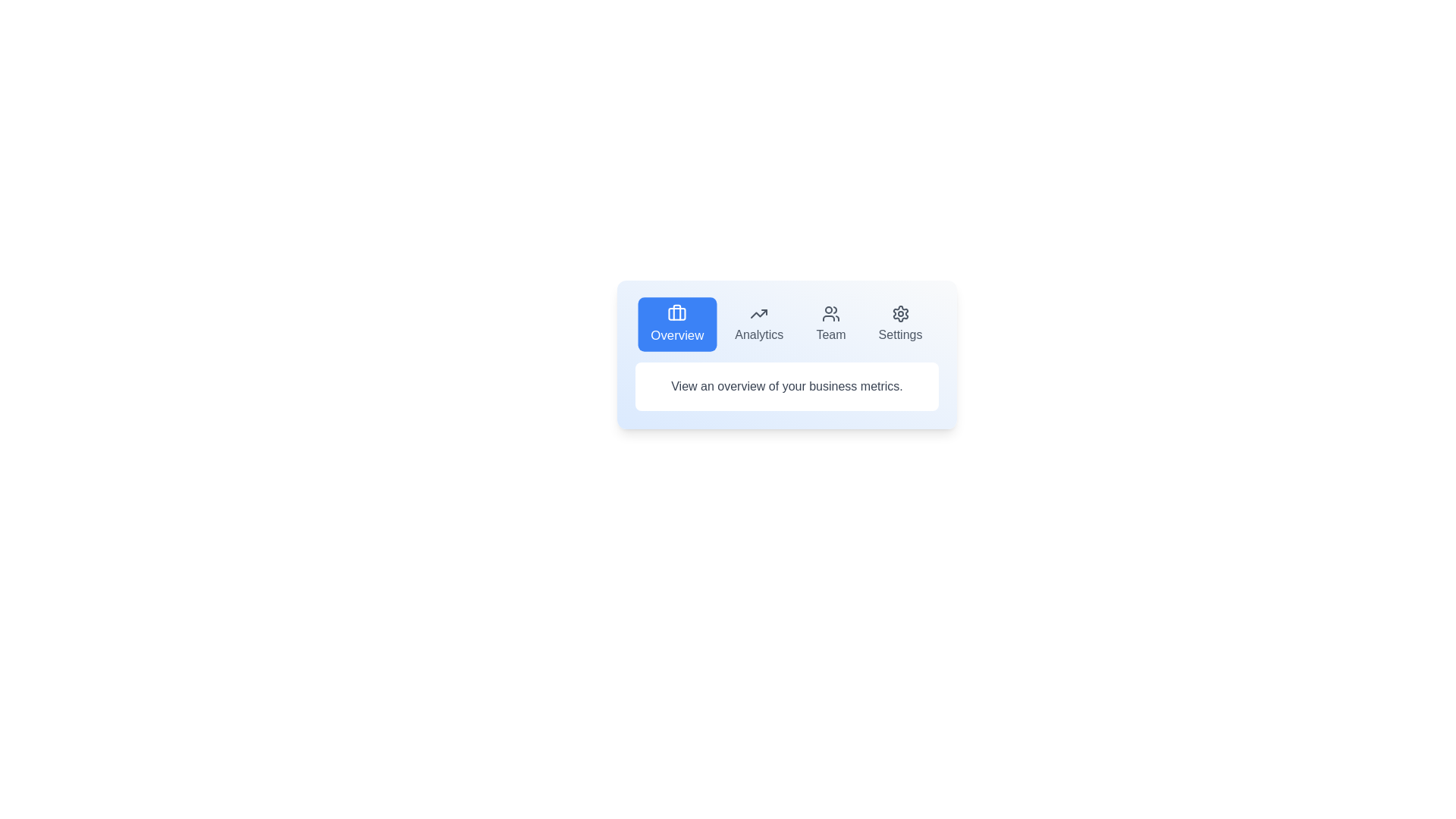 Image resolution: width=1456 pixels, height=819 pixels. What do you see at coordinates (900, 324) in the screenshot?
I see `the Settings tab by clicking on its button` at bounding box center [900, 324].